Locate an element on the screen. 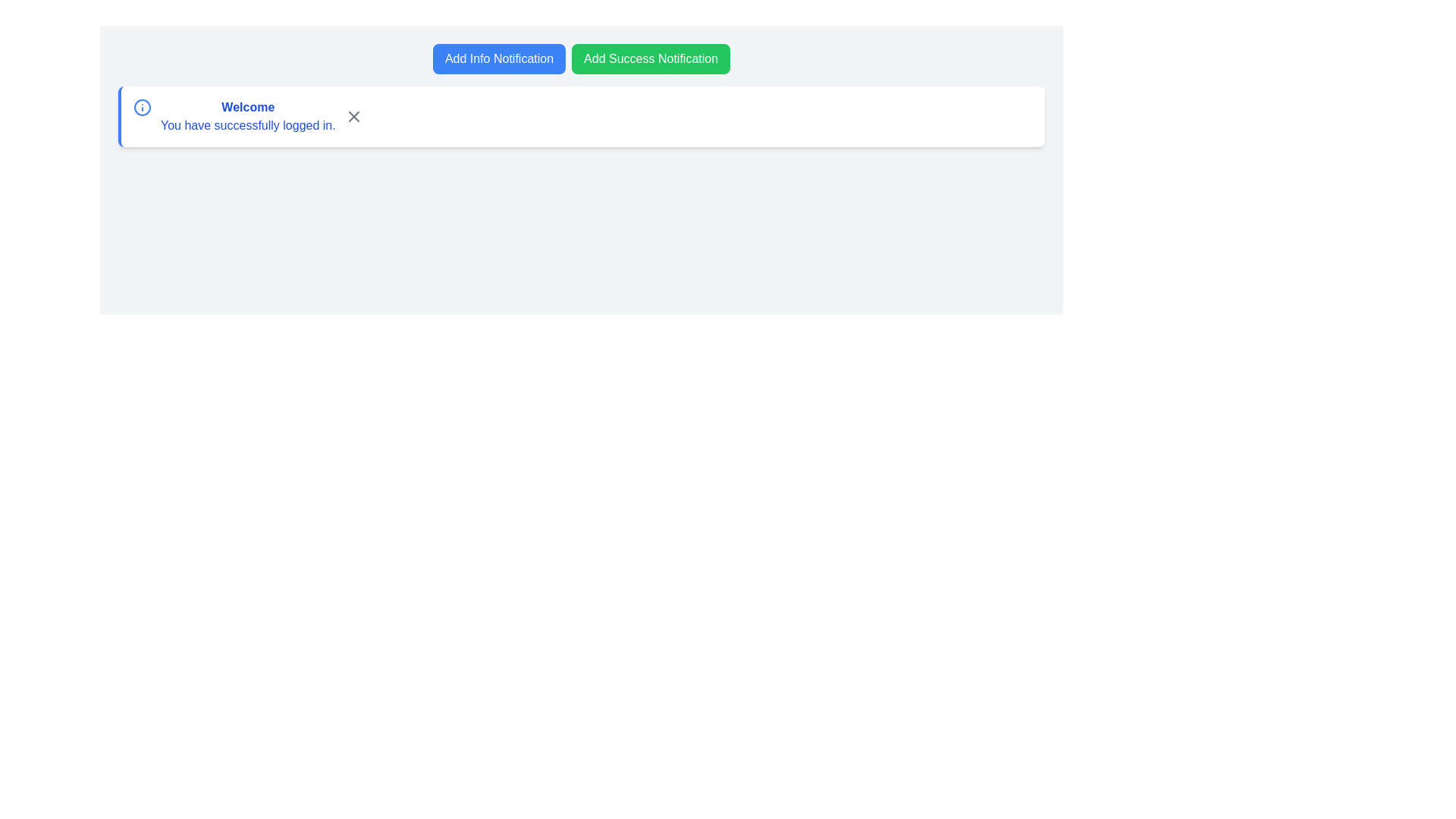  the welcoming message text element located at the top-left of the notification box is located at coordinates (248, 107).